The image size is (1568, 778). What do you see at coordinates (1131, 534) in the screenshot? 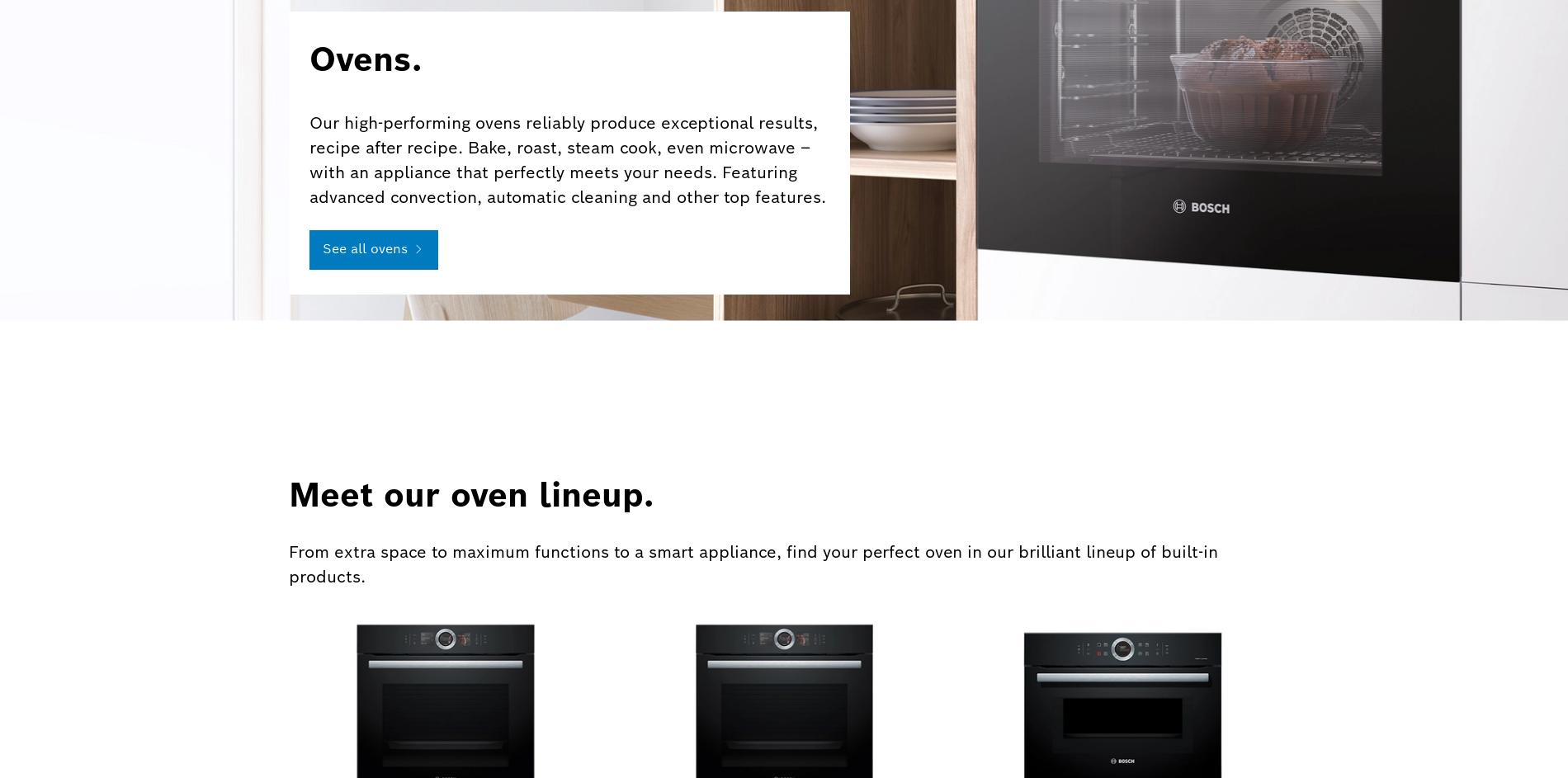
I see `'Find dealers or service shops near you!'` at bounding box center [1131, 534].